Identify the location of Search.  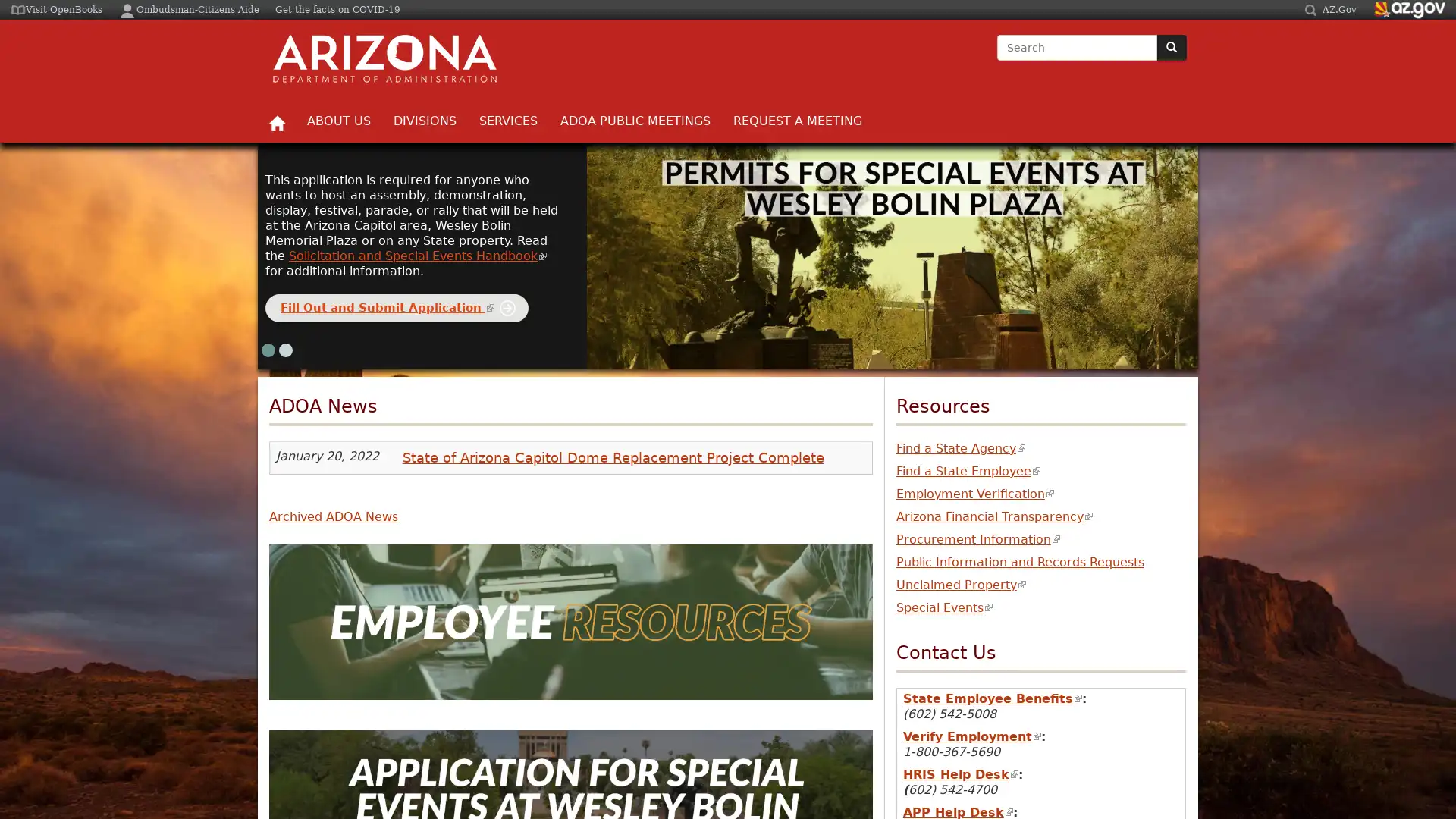
(997, 61).